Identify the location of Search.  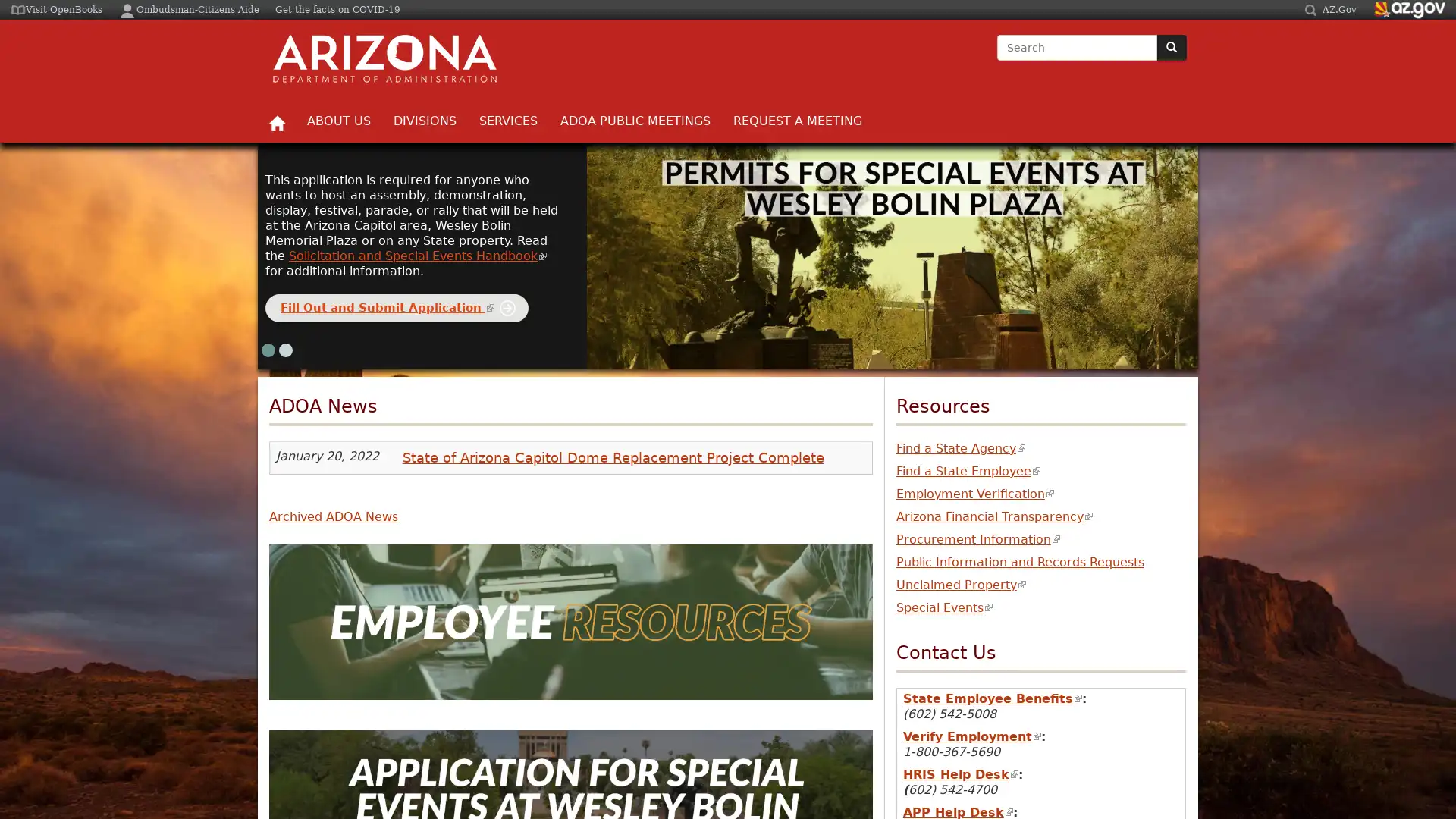
(997, 61).